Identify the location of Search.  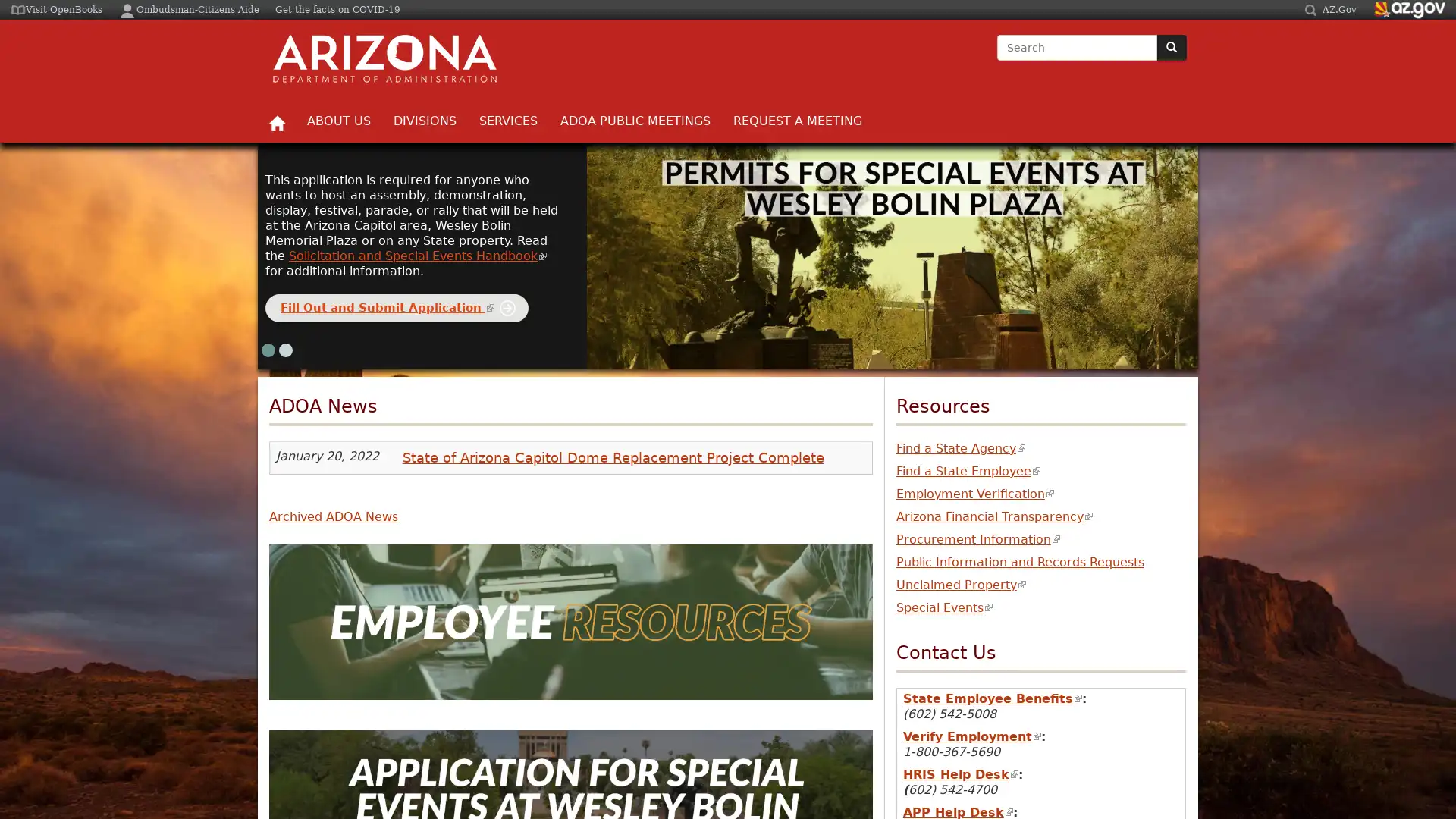
(997, 61).